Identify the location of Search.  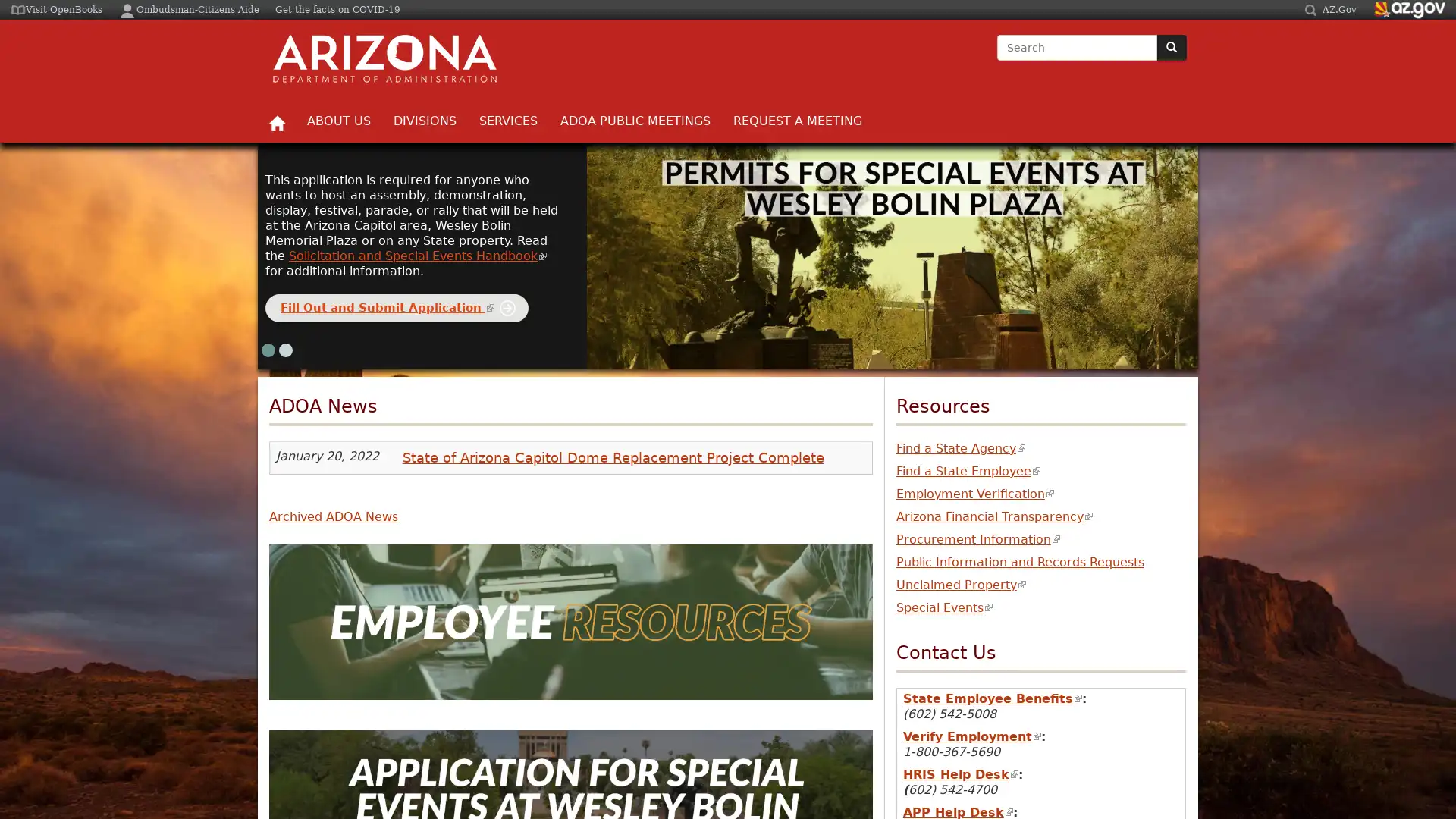
(997, 61).